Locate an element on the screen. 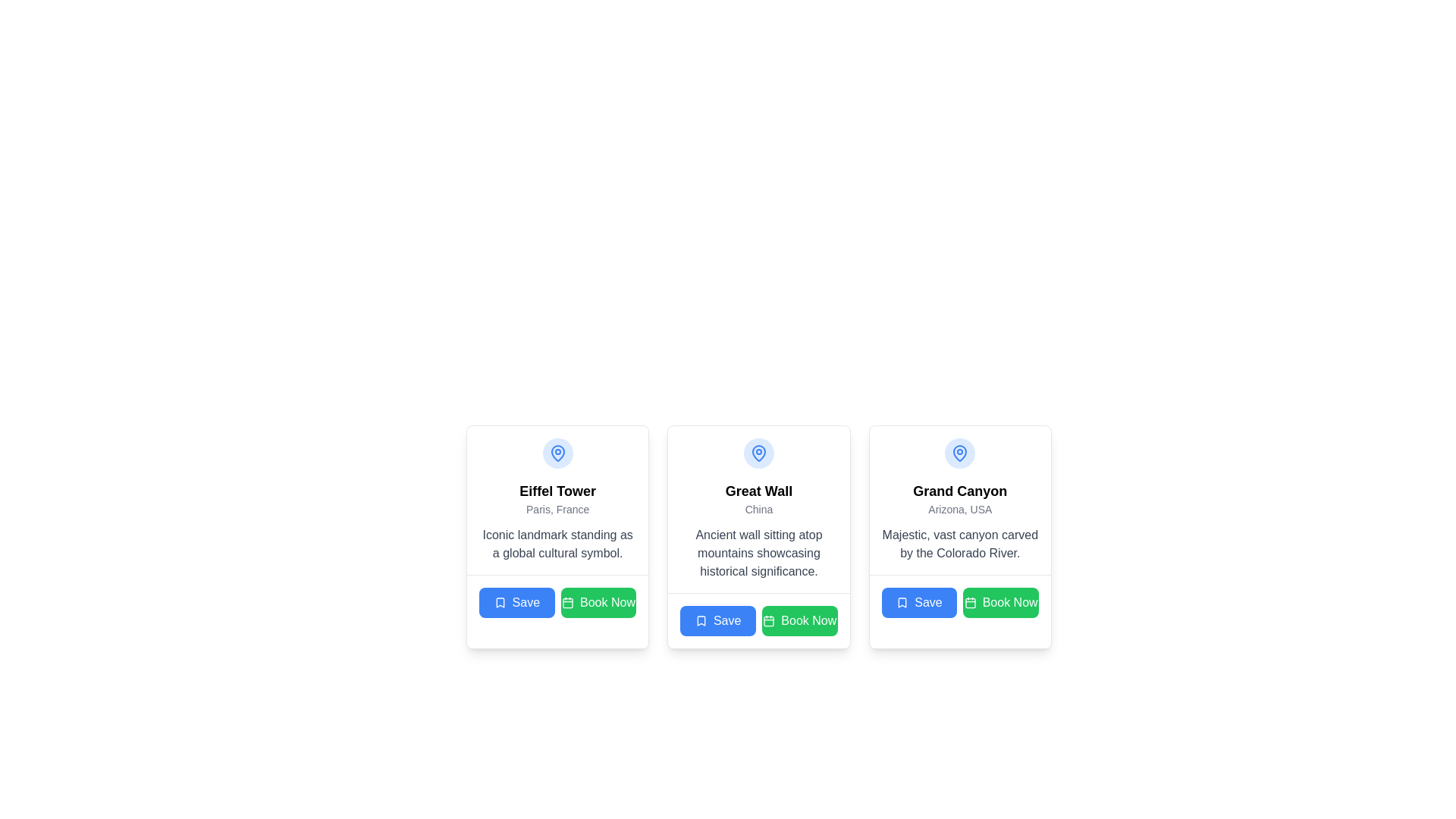 The image size is (1456, 819). the green 'Book Now' button in the centered card component about the Great Wall is located at coordinates (759, 579).